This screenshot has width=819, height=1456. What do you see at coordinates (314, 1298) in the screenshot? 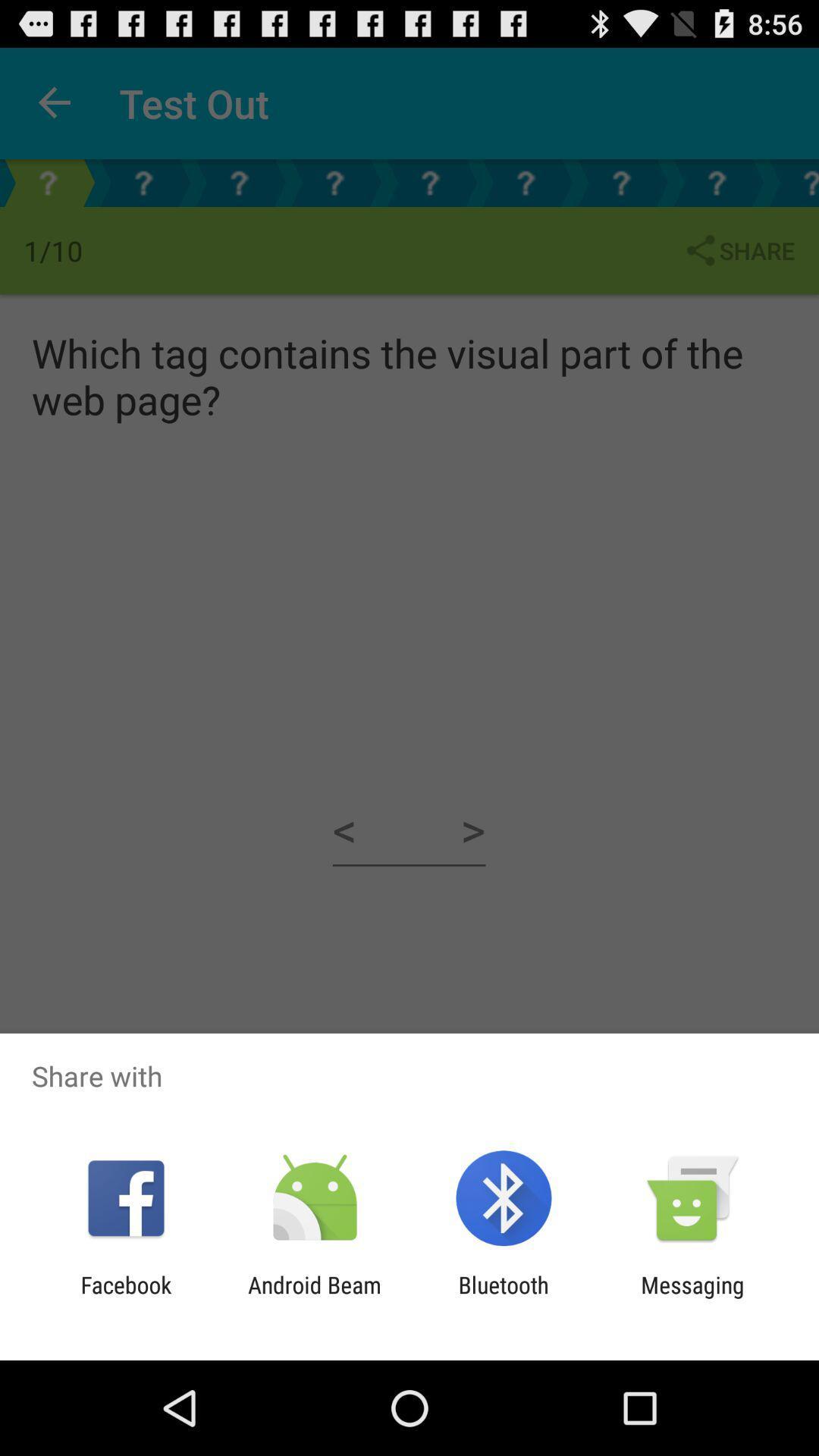
I see `the app to the left of bluetooth` at bounding box center [314, 1298].